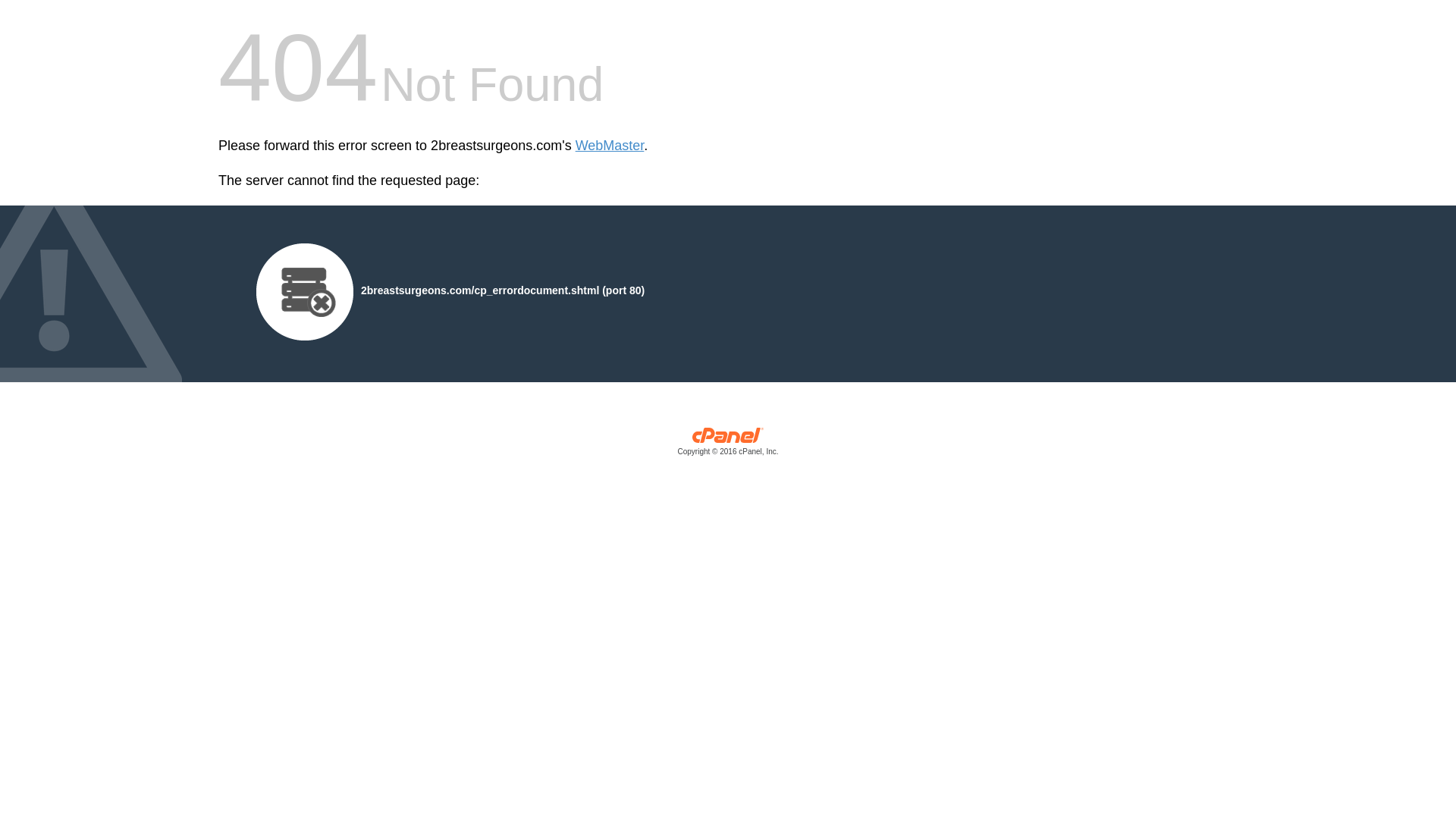  Describe the element at coordinates (610, 146) in the screenshot. I see `'WebMaster'` at that location.